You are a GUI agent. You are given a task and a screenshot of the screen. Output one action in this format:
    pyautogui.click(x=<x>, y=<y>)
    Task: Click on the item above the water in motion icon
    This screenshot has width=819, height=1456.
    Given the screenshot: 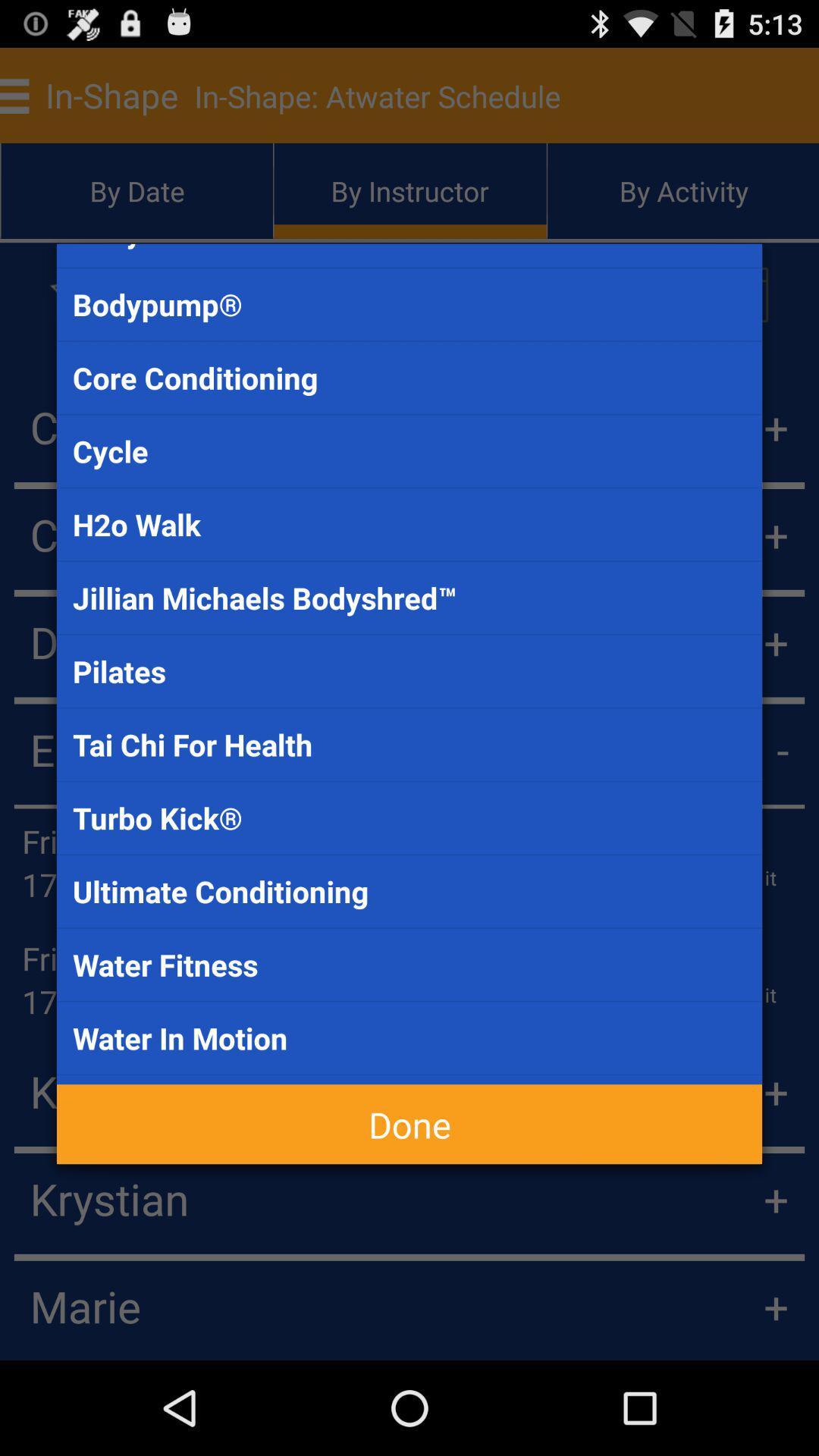 What is the action you would take?
    pyautogui.click(x=409, y=964)
    